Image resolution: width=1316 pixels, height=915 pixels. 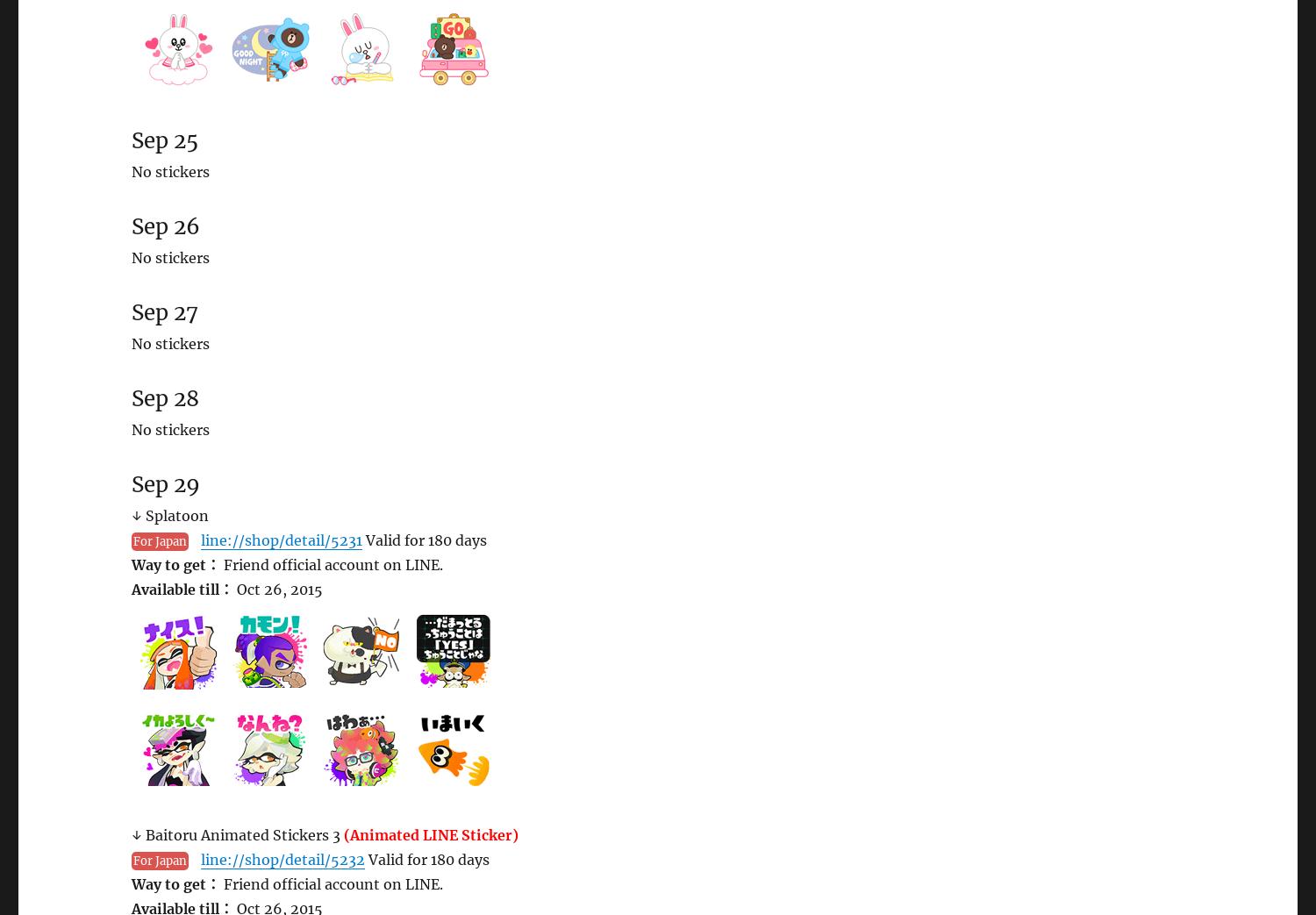 I want to click on 'Sep 27', so click(x=132, y=311).